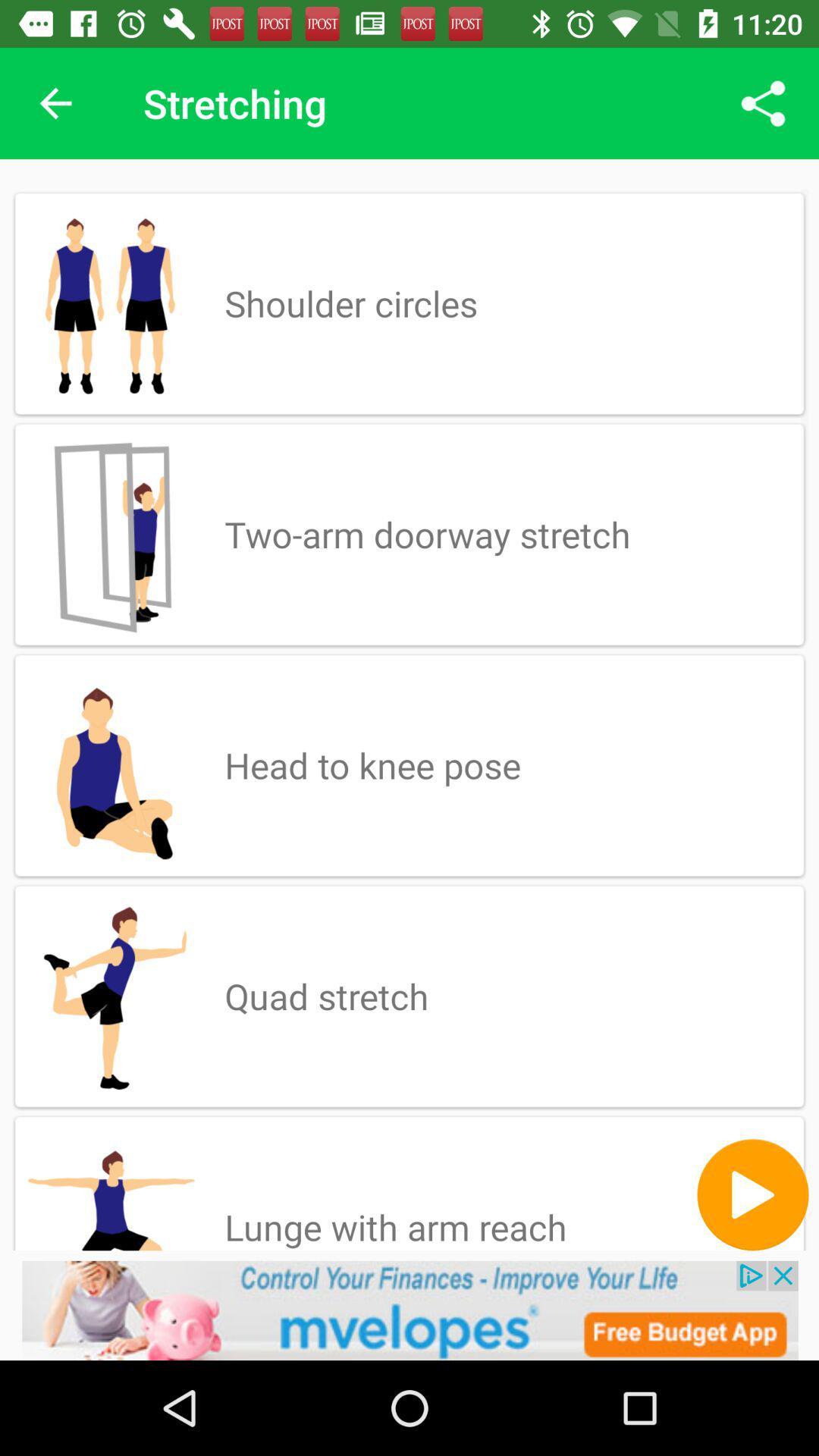 The image size is (819, 1456). What do you see at coordinates (409, 1310) in the screenshot?
I see `more information about an advertisement` at bounding box center [409, 1310].